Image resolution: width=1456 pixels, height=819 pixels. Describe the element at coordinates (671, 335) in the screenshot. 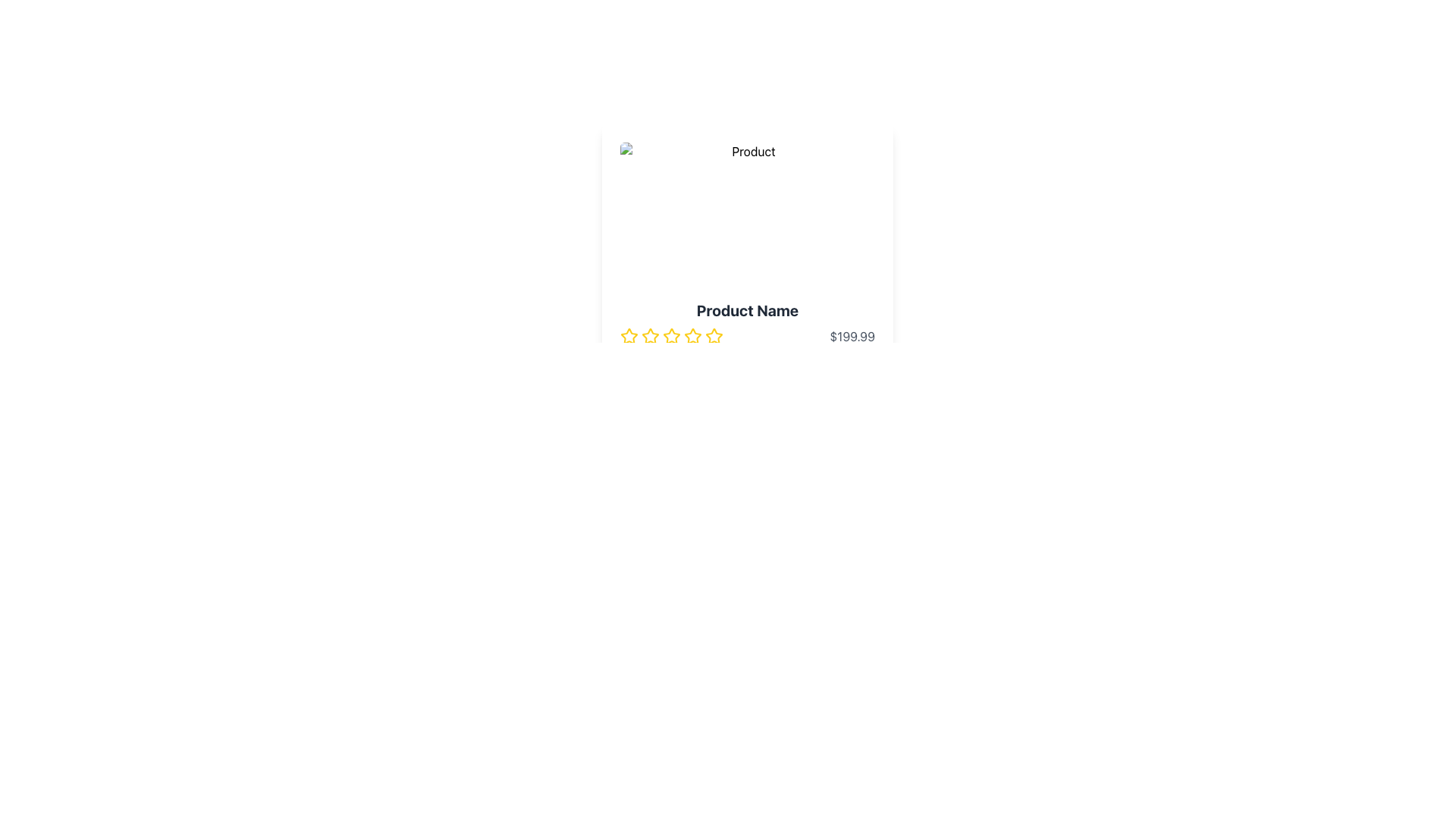

I see `the second yellow outlined star icon in the rating component` at that location.